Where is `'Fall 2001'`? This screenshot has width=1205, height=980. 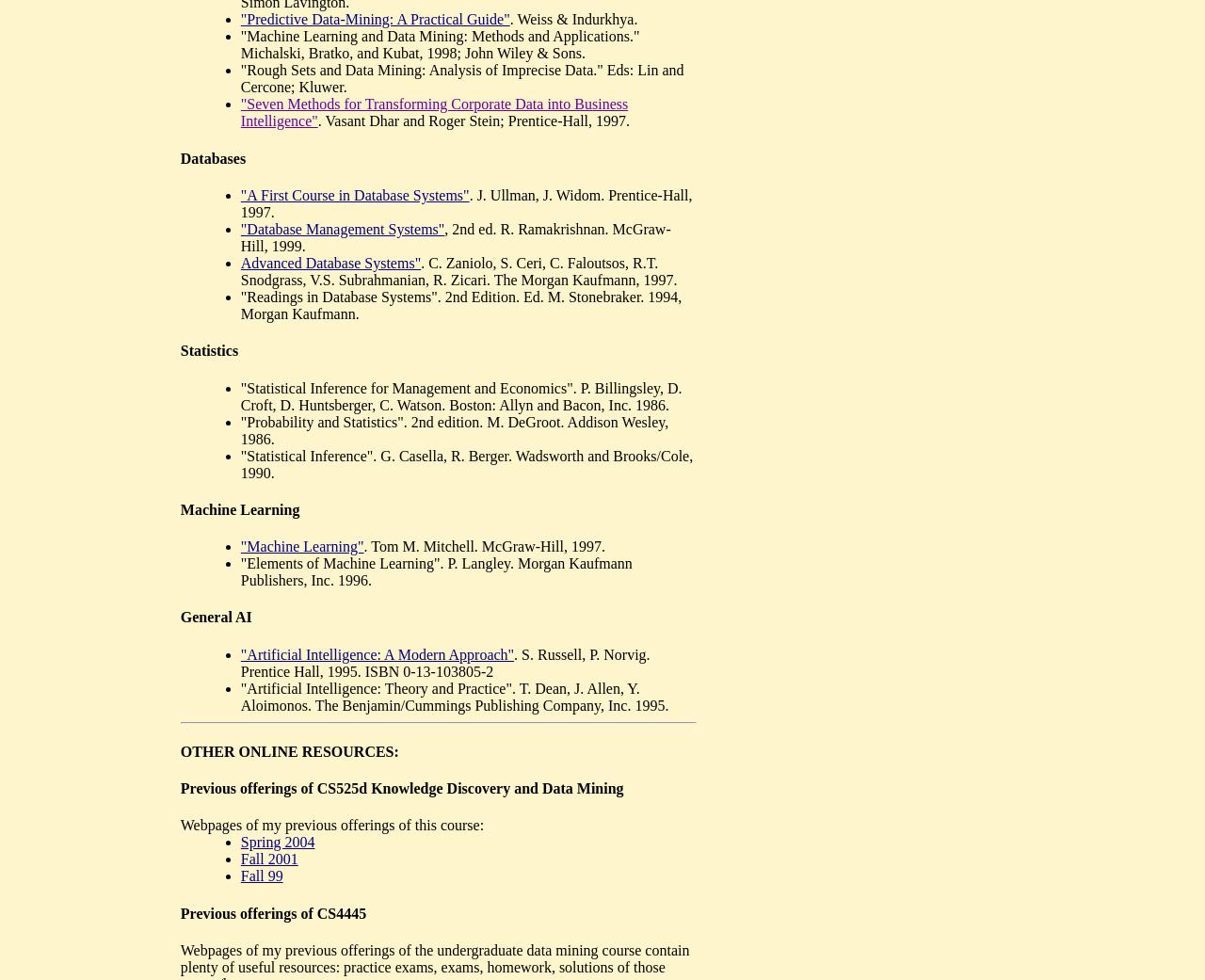
'Fall 2001' is located at coordinates (238, 858).